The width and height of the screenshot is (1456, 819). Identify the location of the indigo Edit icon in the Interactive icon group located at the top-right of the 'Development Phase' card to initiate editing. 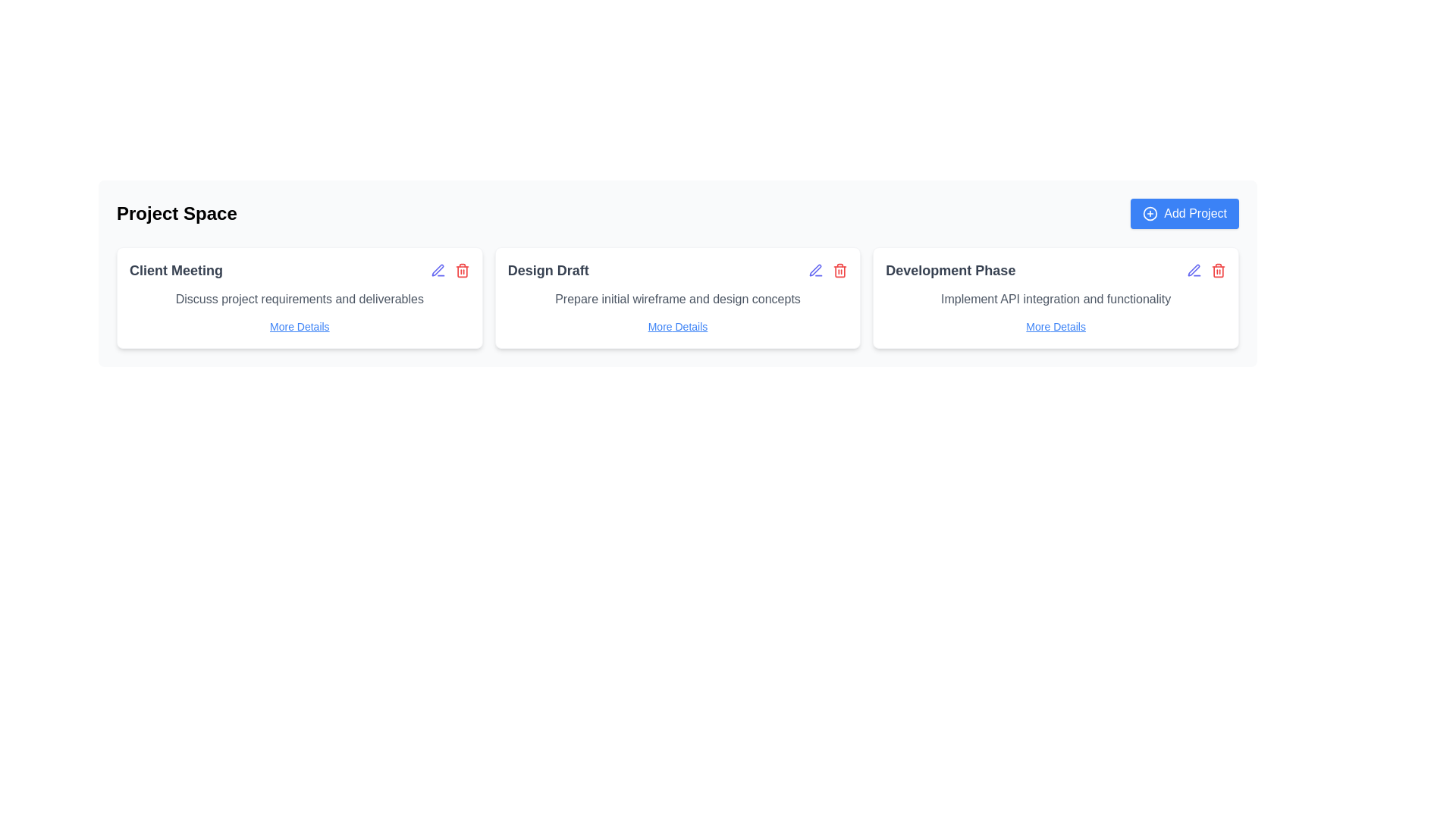
(1205, 270).